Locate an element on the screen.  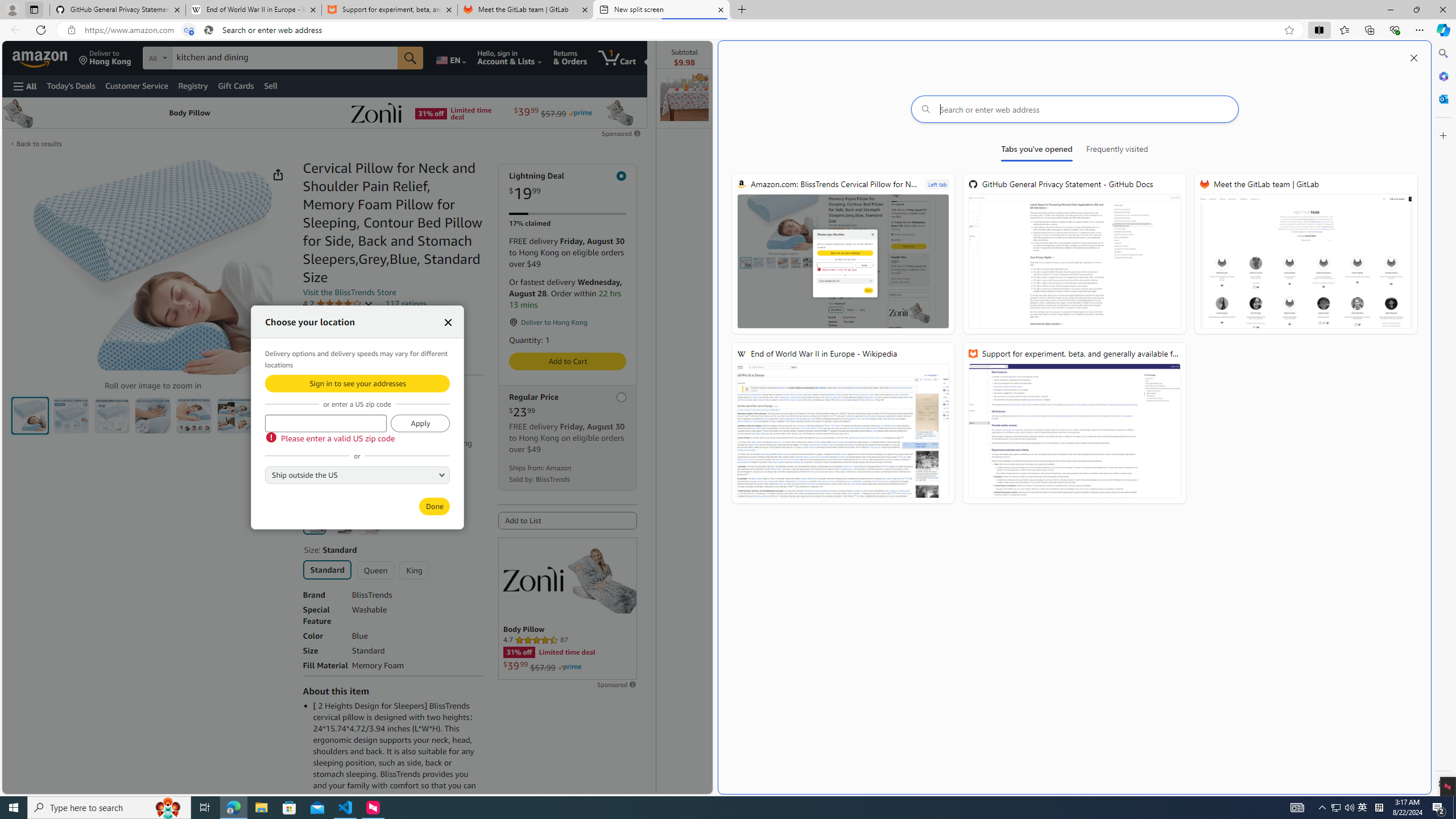
'Back to results' is located at coordinates (39, 143).